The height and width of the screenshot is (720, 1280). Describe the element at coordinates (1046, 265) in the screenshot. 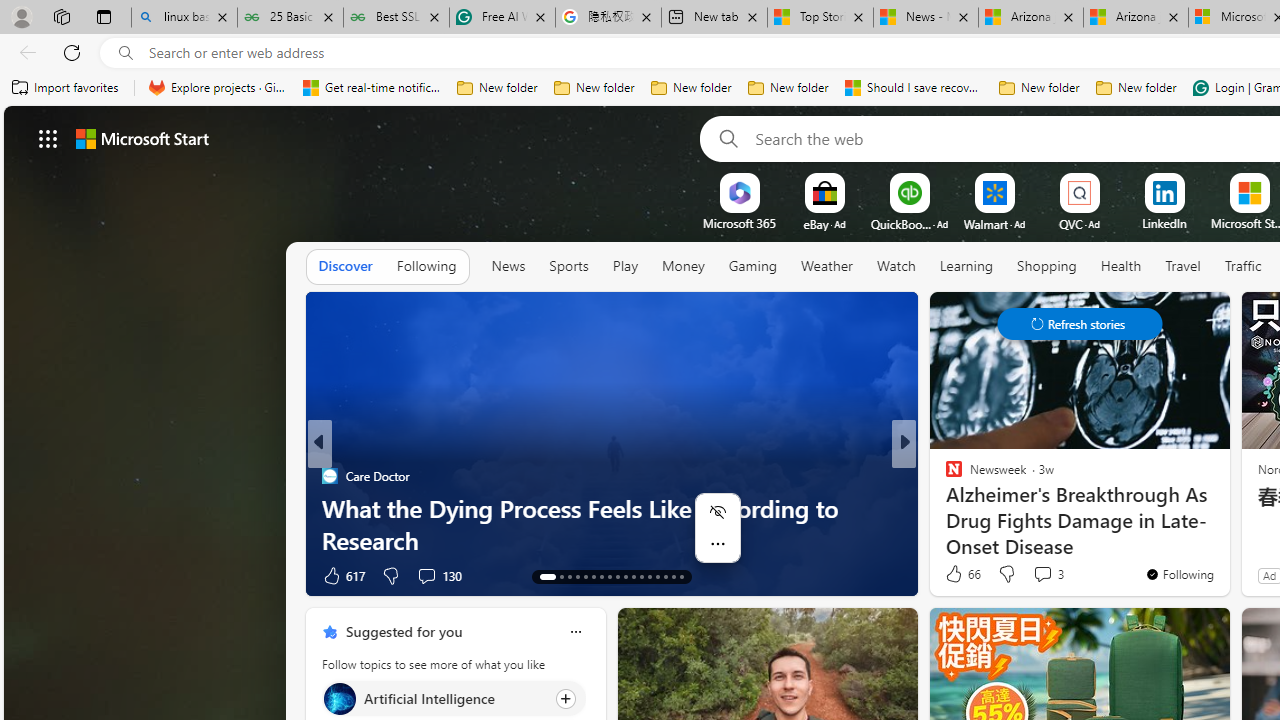

I see `'Shopping'` at that location.